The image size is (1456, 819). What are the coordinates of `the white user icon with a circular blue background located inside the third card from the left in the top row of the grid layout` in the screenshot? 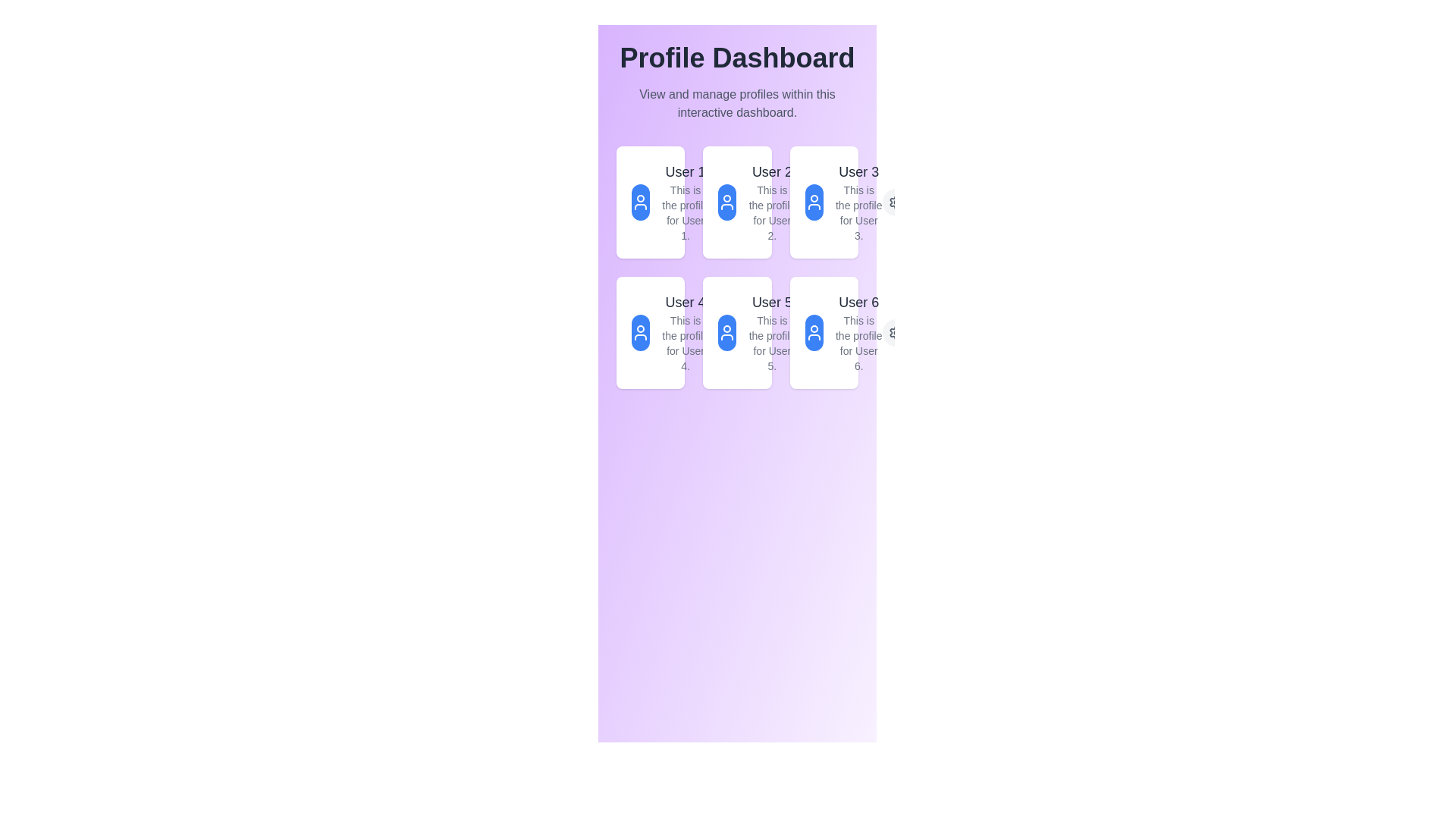 It's located at (813, 201).